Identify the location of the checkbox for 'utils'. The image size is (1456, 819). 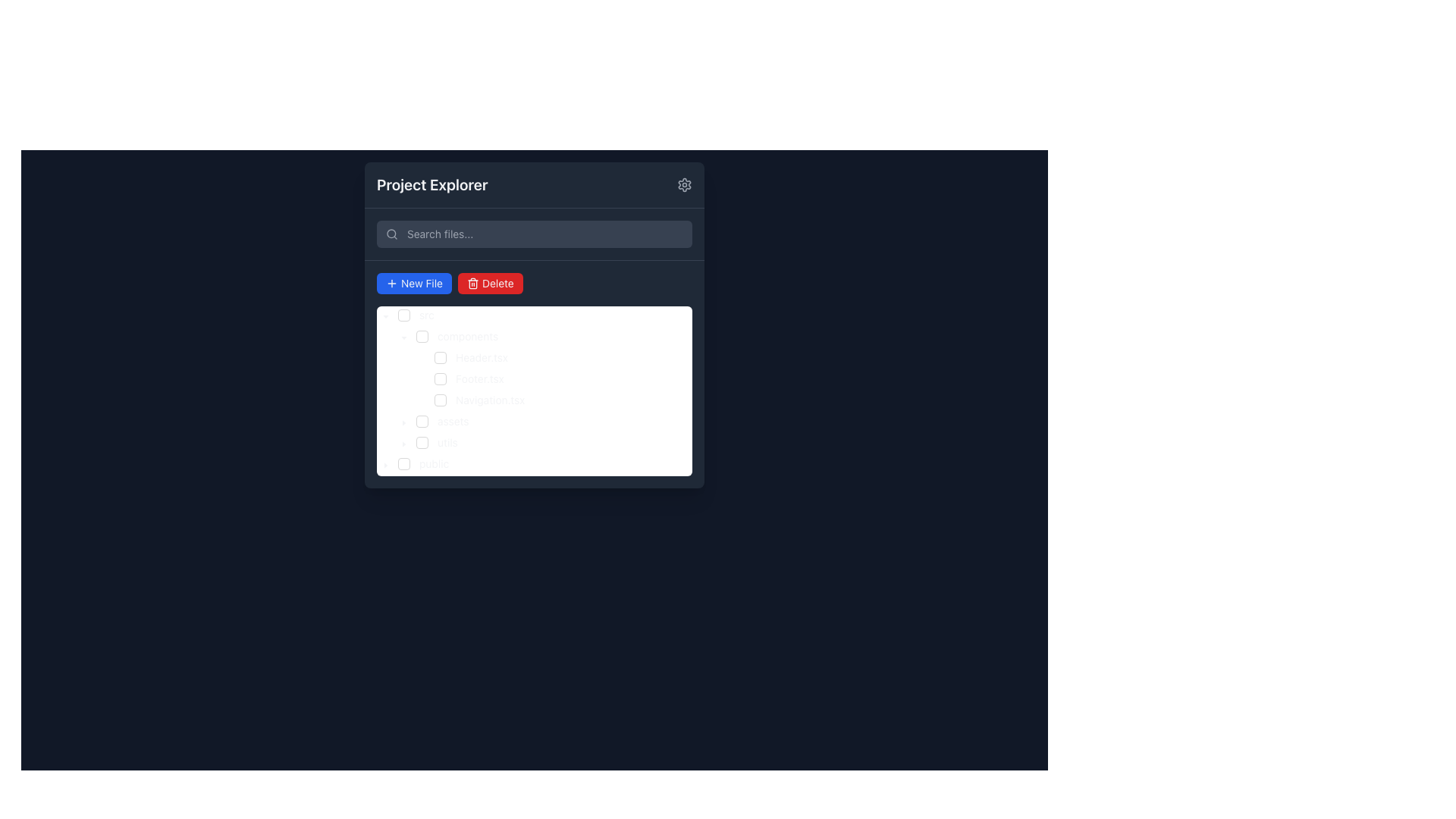
(422, 442).